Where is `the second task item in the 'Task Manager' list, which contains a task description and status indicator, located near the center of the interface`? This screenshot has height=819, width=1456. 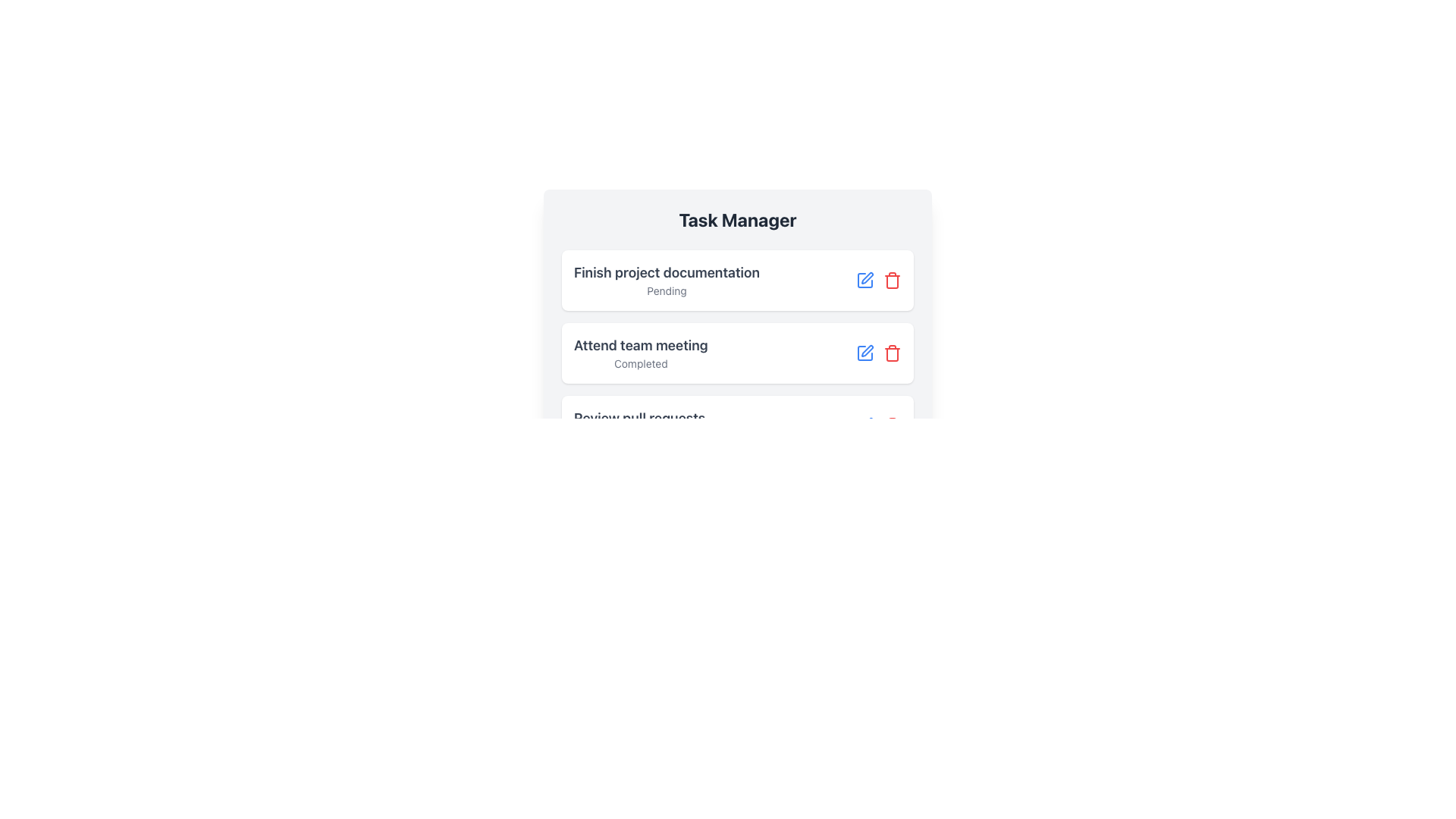 the second task item in the 'Task Manager' list, which contains a task description and status indicator, located near the center of the interface is located at coordinates (738, 353).